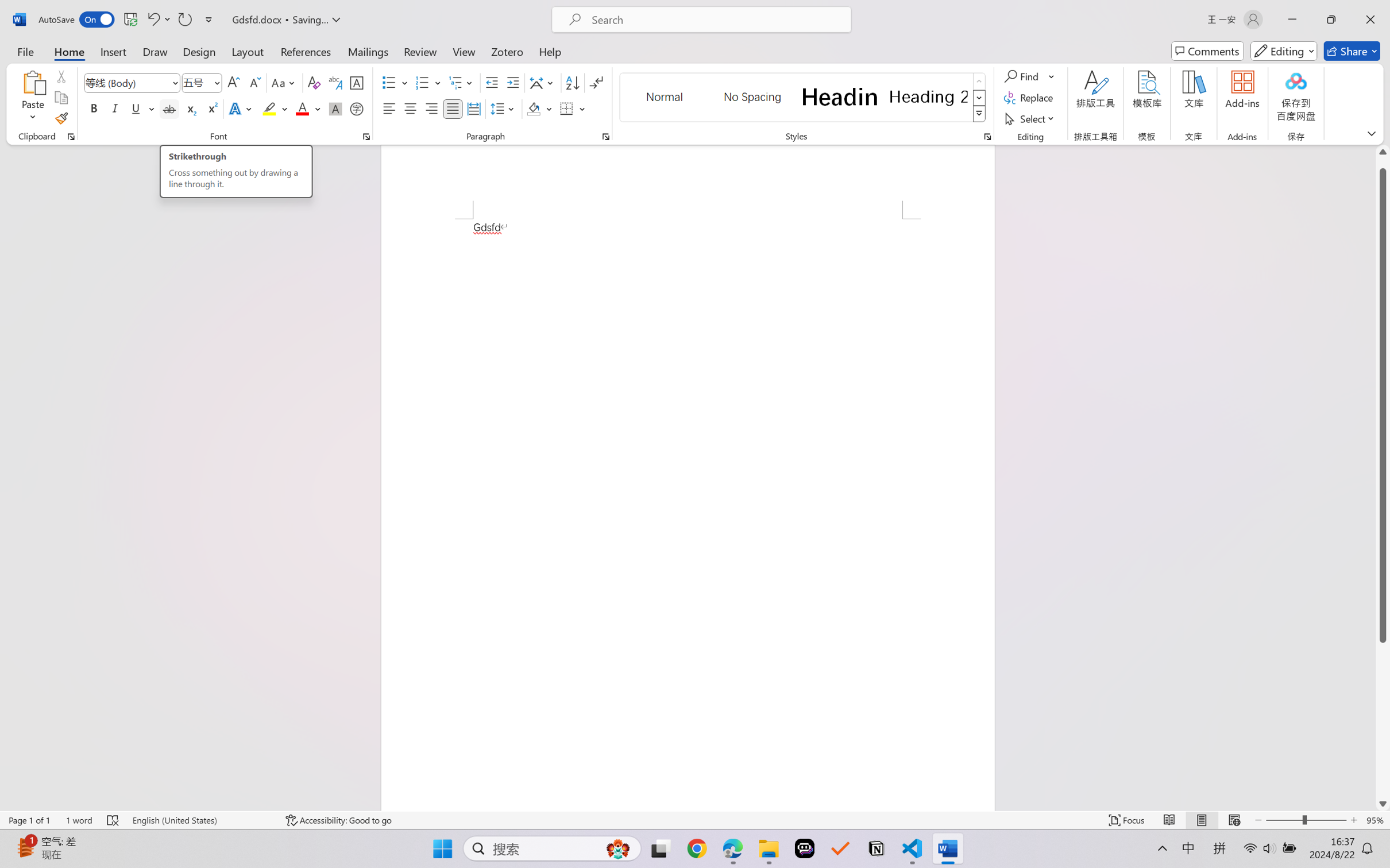 The height and width of the screenshot is (868, 1390). I want to click on 'Line up', so click(1383, 152).